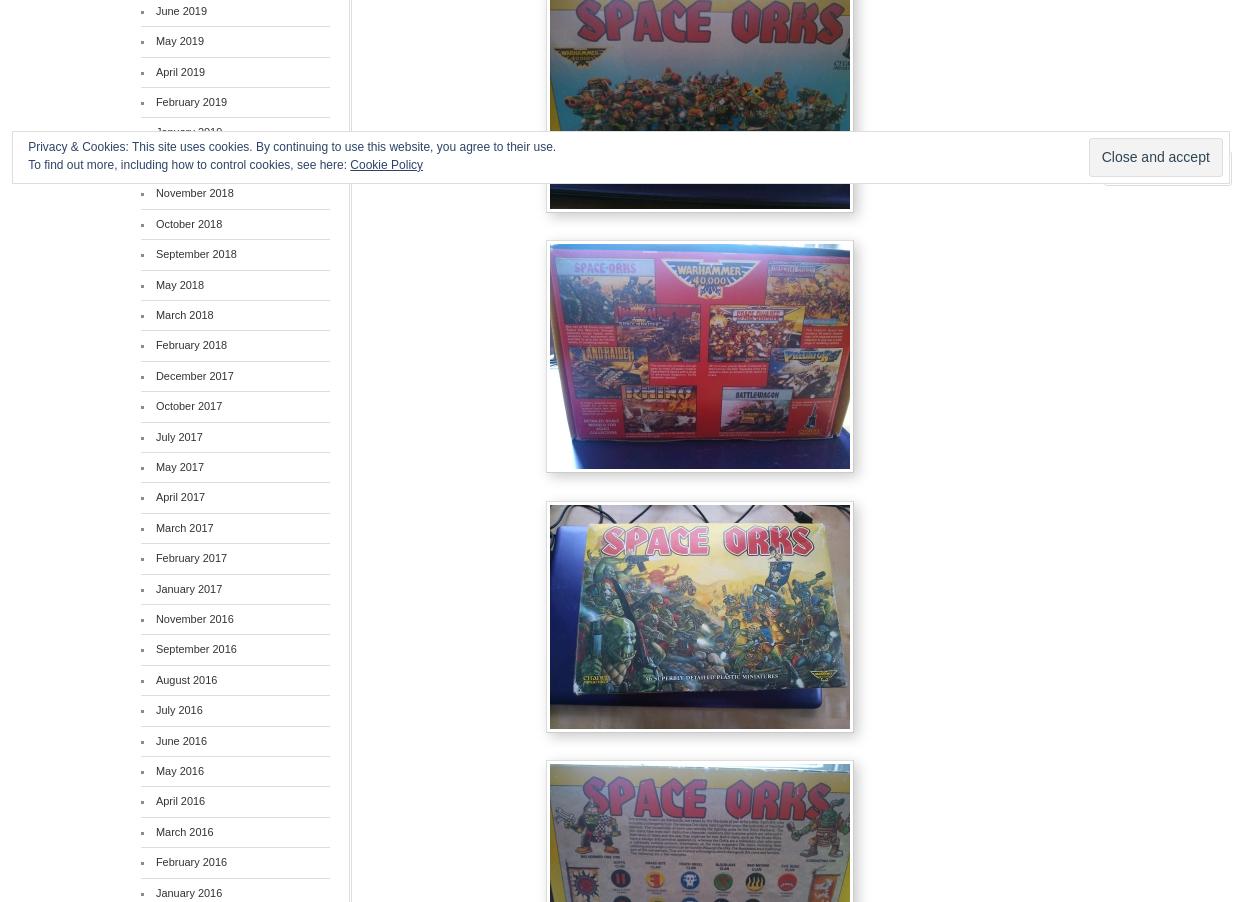 The image size is (1242, 902). I want to click on 'March 2017', so click(154, 527).